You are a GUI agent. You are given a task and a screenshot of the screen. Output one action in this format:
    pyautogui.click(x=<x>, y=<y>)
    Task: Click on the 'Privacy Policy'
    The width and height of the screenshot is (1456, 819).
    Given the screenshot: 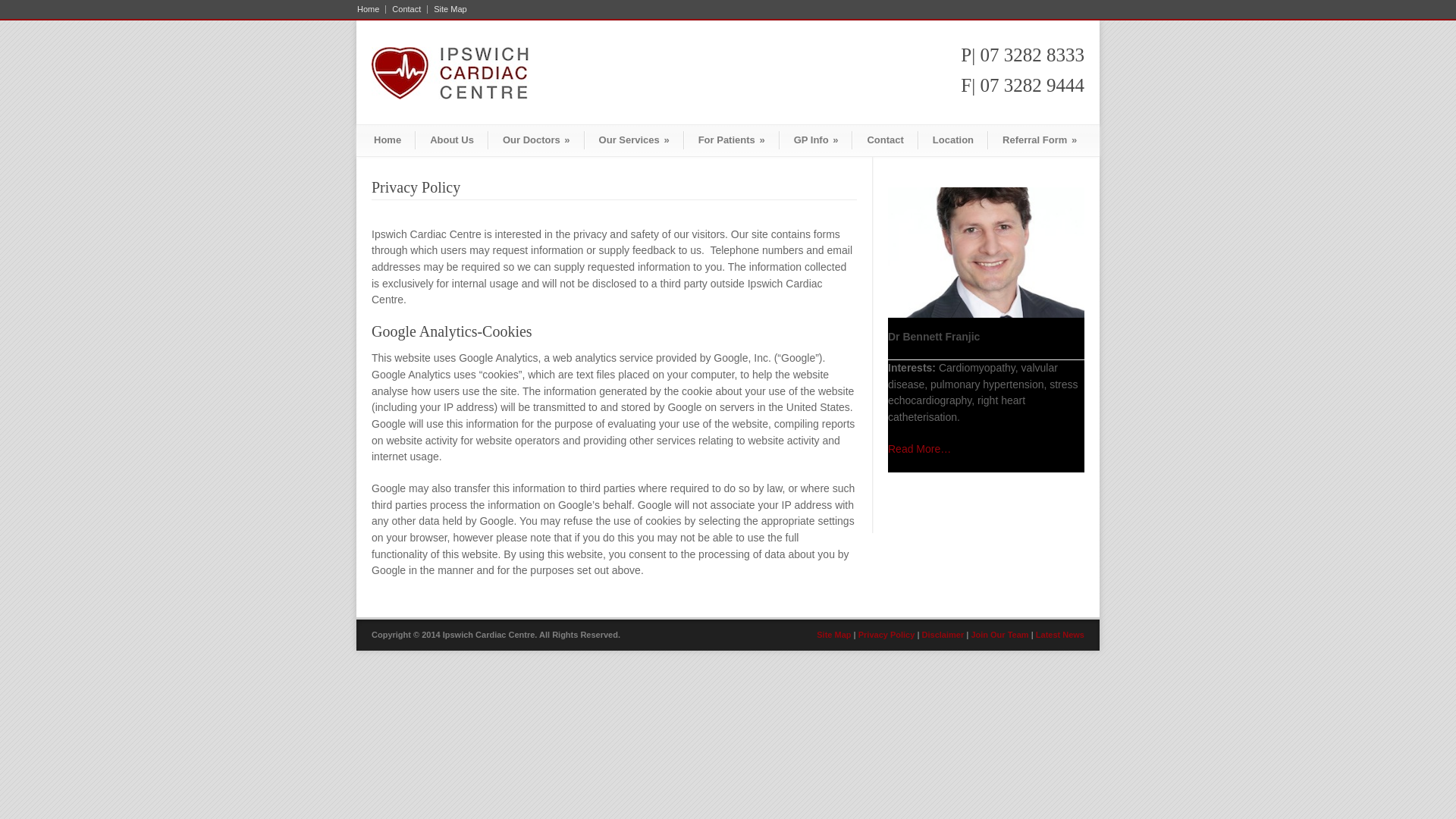 What is the action you would take?
    pyautogui.click(x=886, y=635)
    